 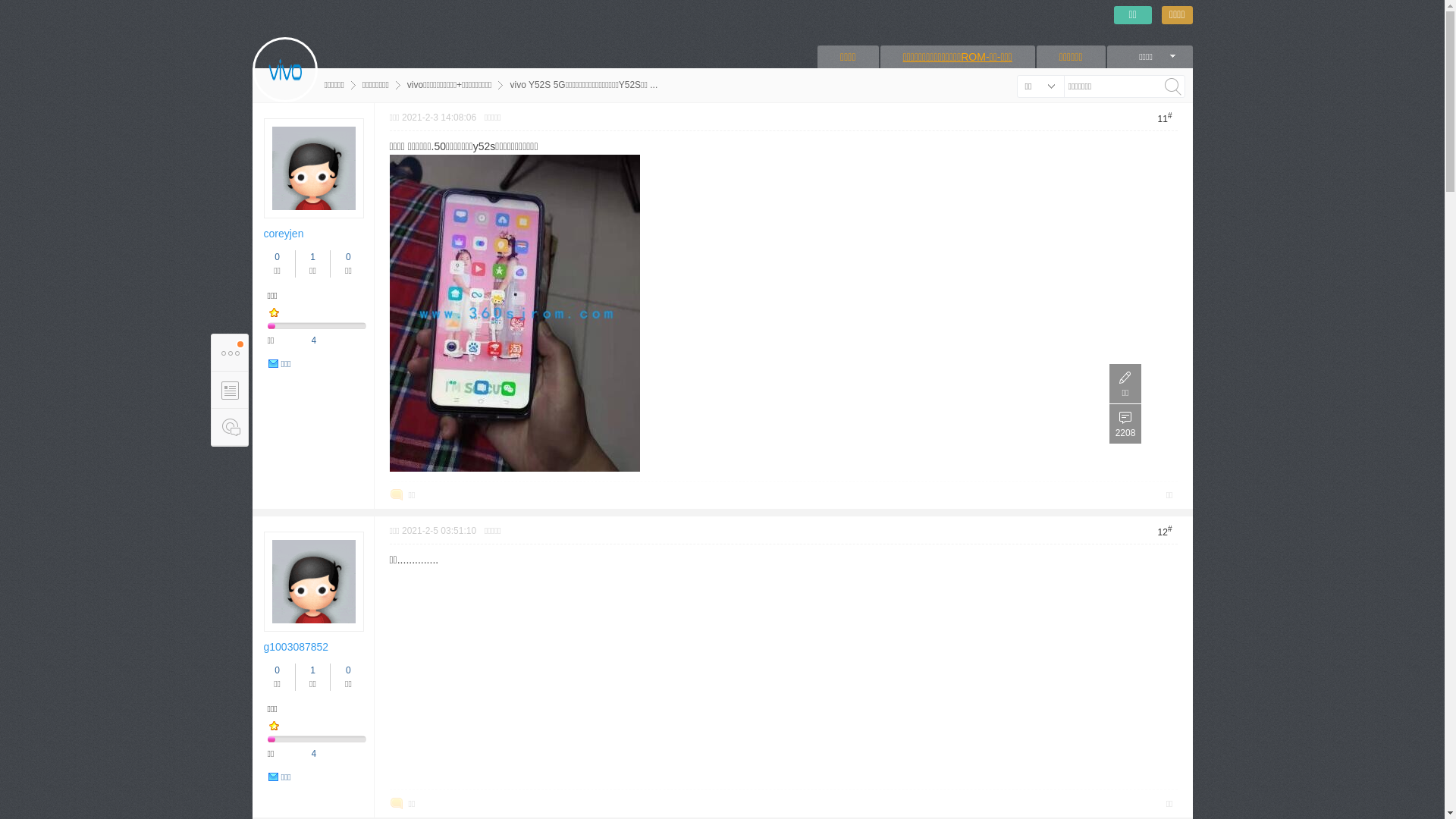 What do you see at coordinates (1172, 86) in the screenshot?
I see `'true'` at bounding box center [1172, 86].